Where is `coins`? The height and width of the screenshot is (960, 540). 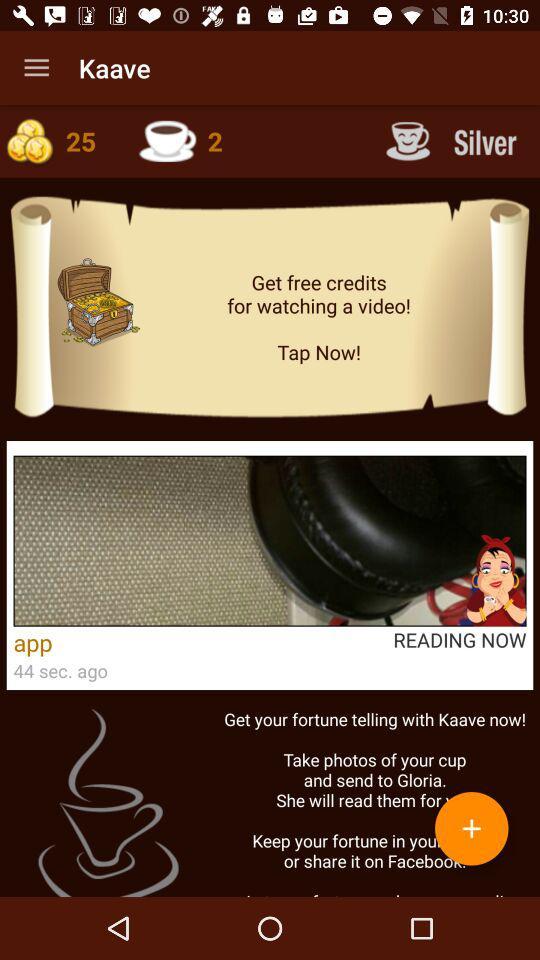 coins is located at coordinates (59, 140).